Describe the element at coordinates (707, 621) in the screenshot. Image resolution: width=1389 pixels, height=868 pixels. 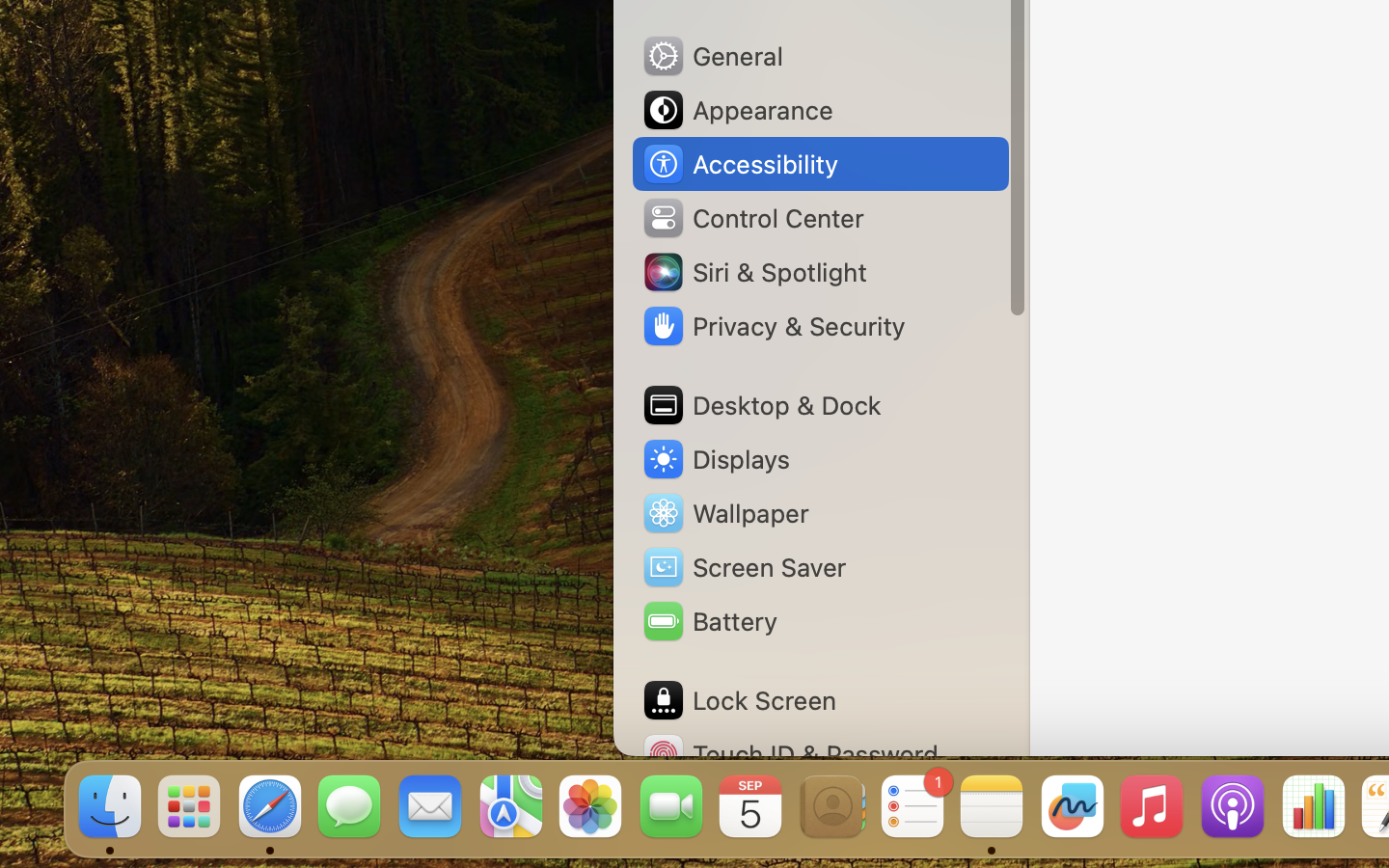
I see `'Battery'` at that location.